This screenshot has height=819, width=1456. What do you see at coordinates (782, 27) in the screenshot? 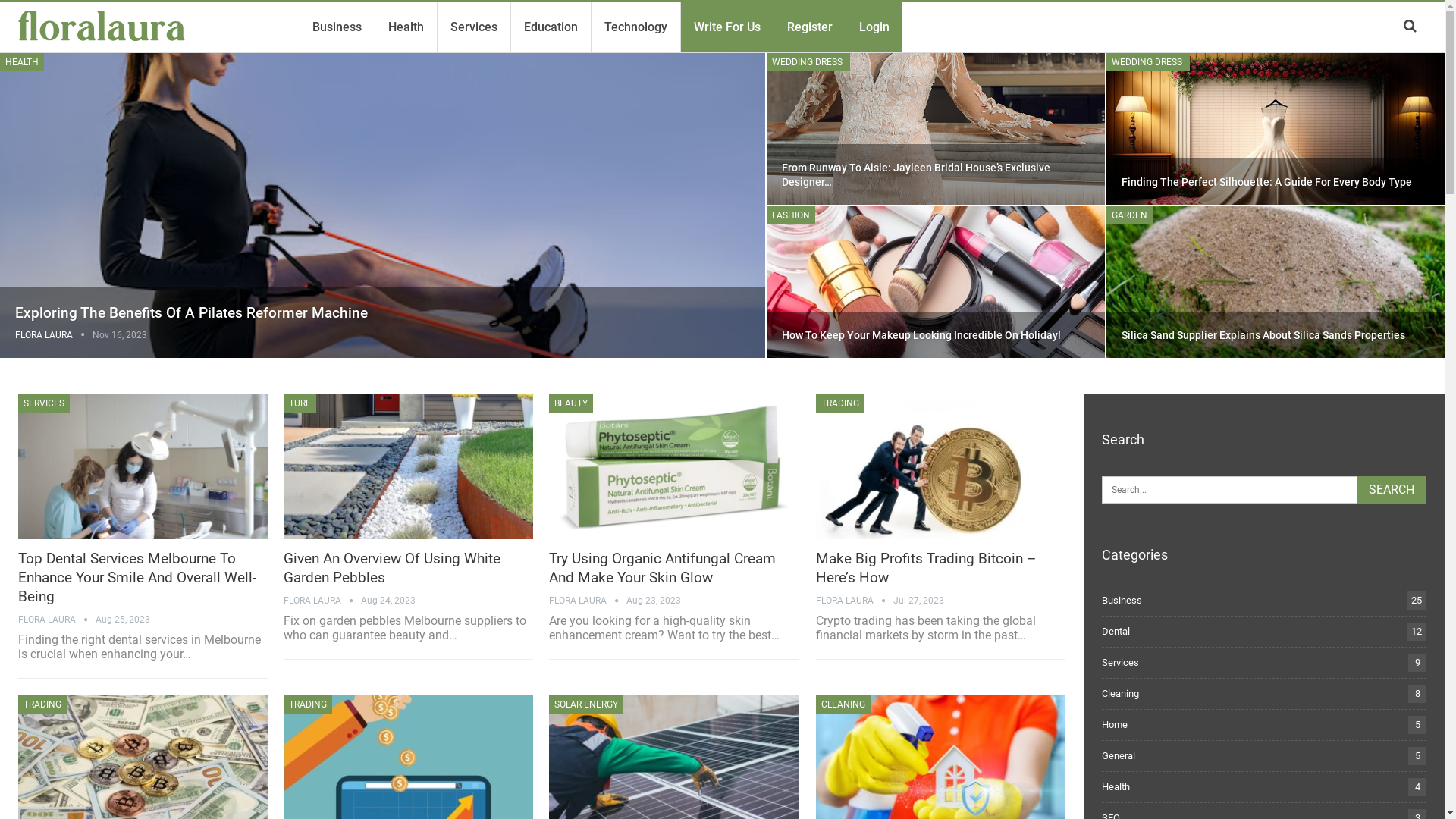
I see `'Register'` at bounding box center [782, 27].